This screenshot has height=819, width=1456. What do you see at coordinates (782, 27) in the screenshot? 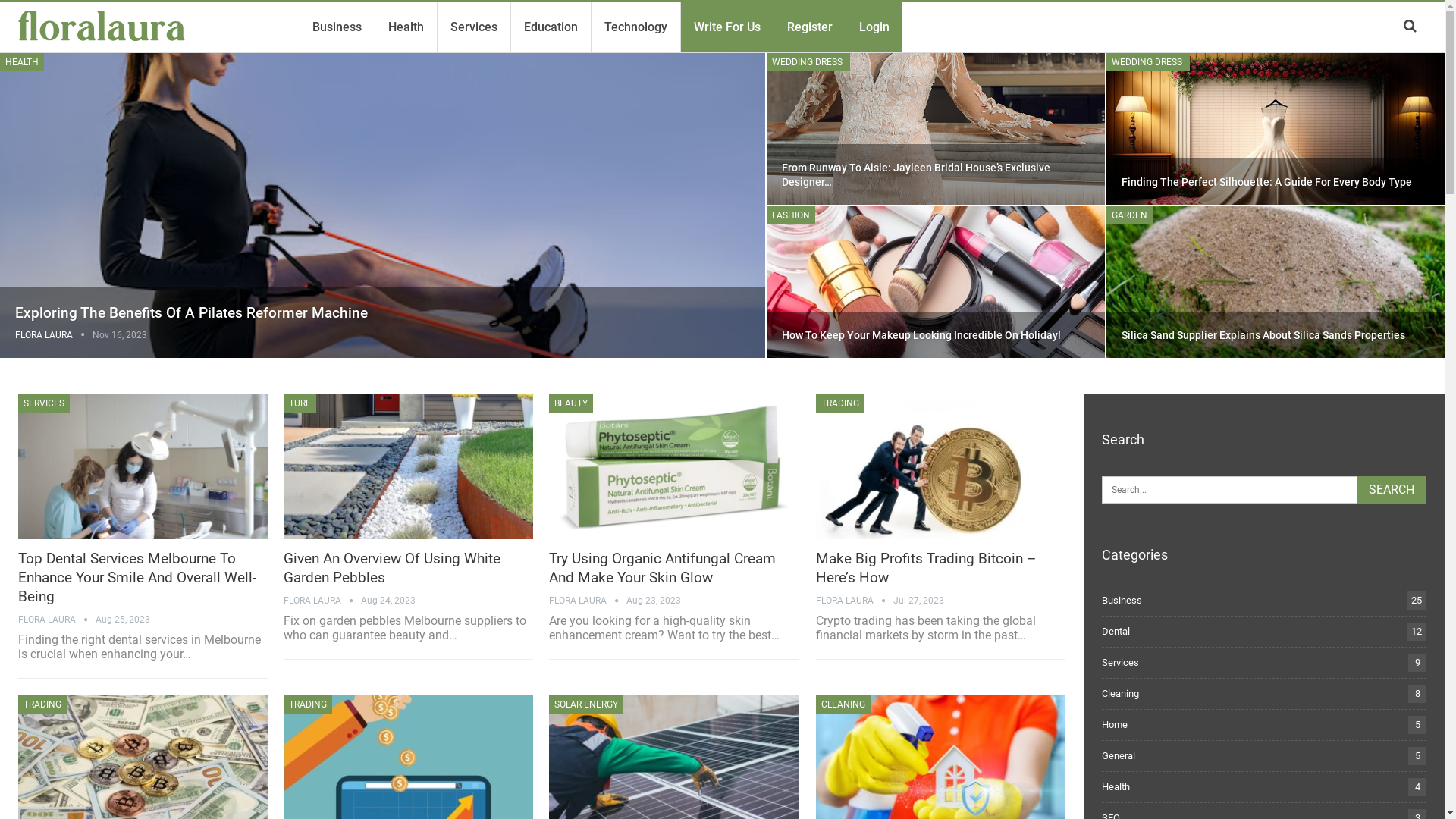
I see `'Register'` at bounding box center [782, 27].